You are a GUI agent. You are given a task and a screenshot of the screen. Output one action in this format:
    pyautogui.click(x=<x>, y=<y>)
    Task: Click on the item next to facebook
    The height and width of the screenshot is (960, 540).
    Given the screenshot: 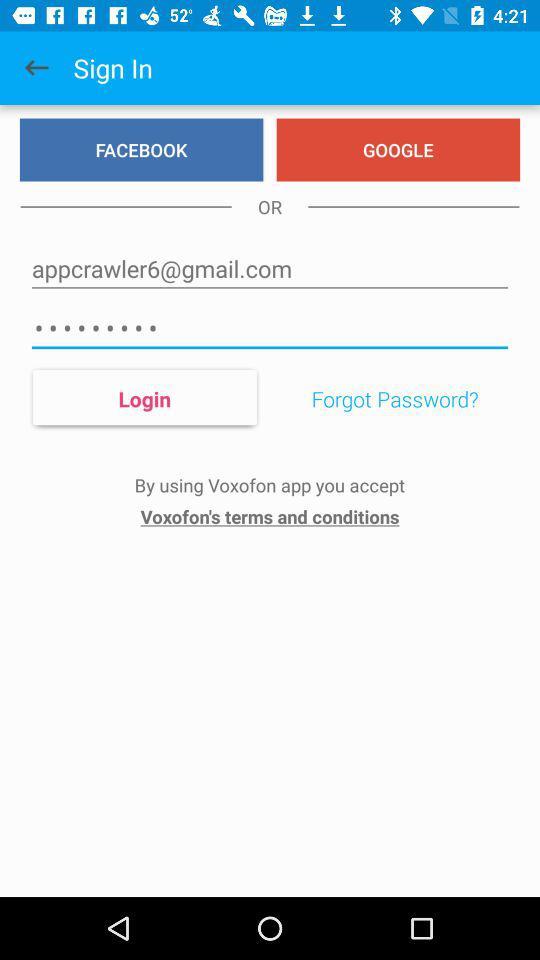 What is the action you would take?
    pyautogui.click(x=398, y=149)
    